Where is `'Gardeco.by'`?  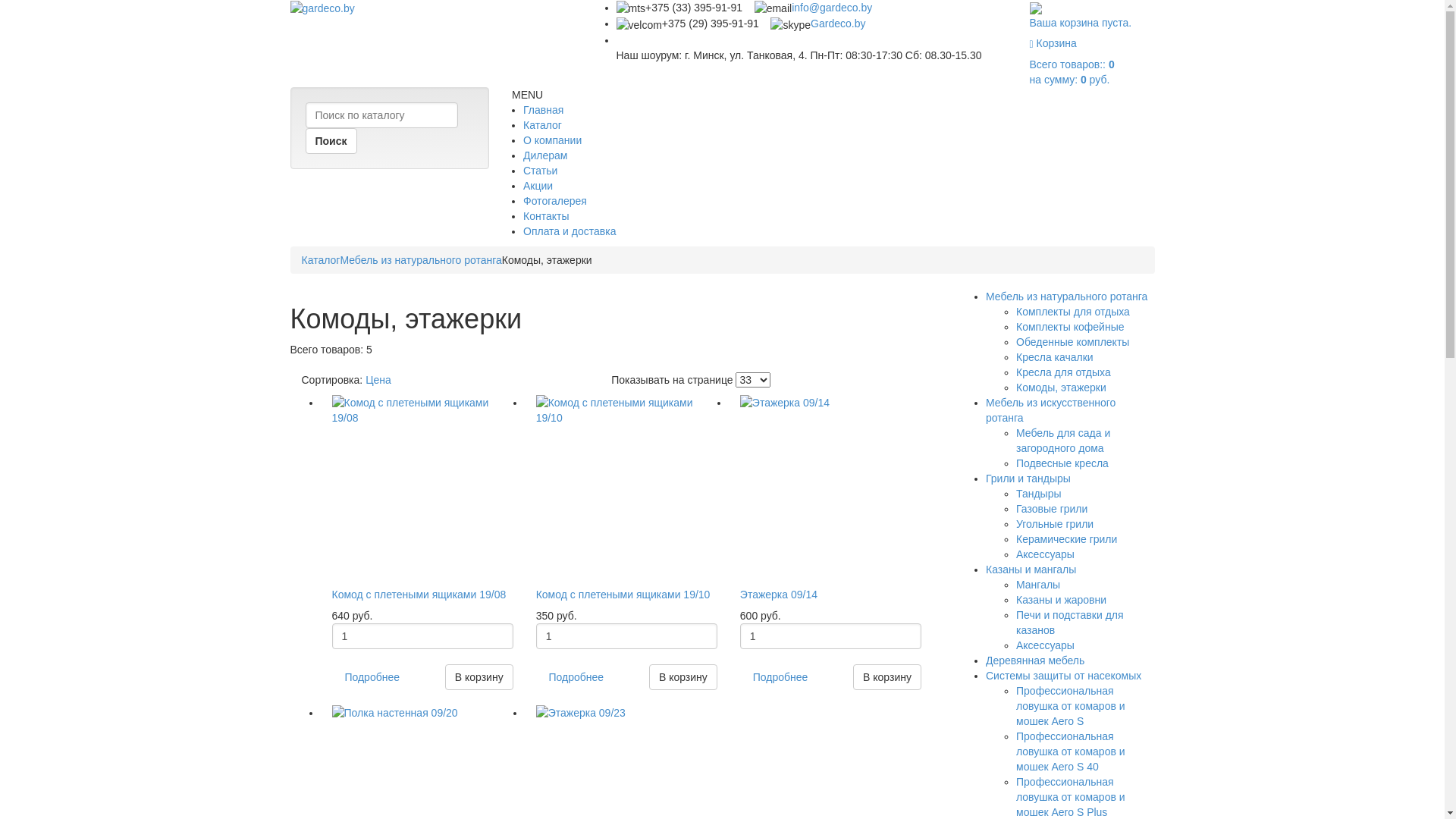 'Gardeco.by' is located at coordinates (836, 23).